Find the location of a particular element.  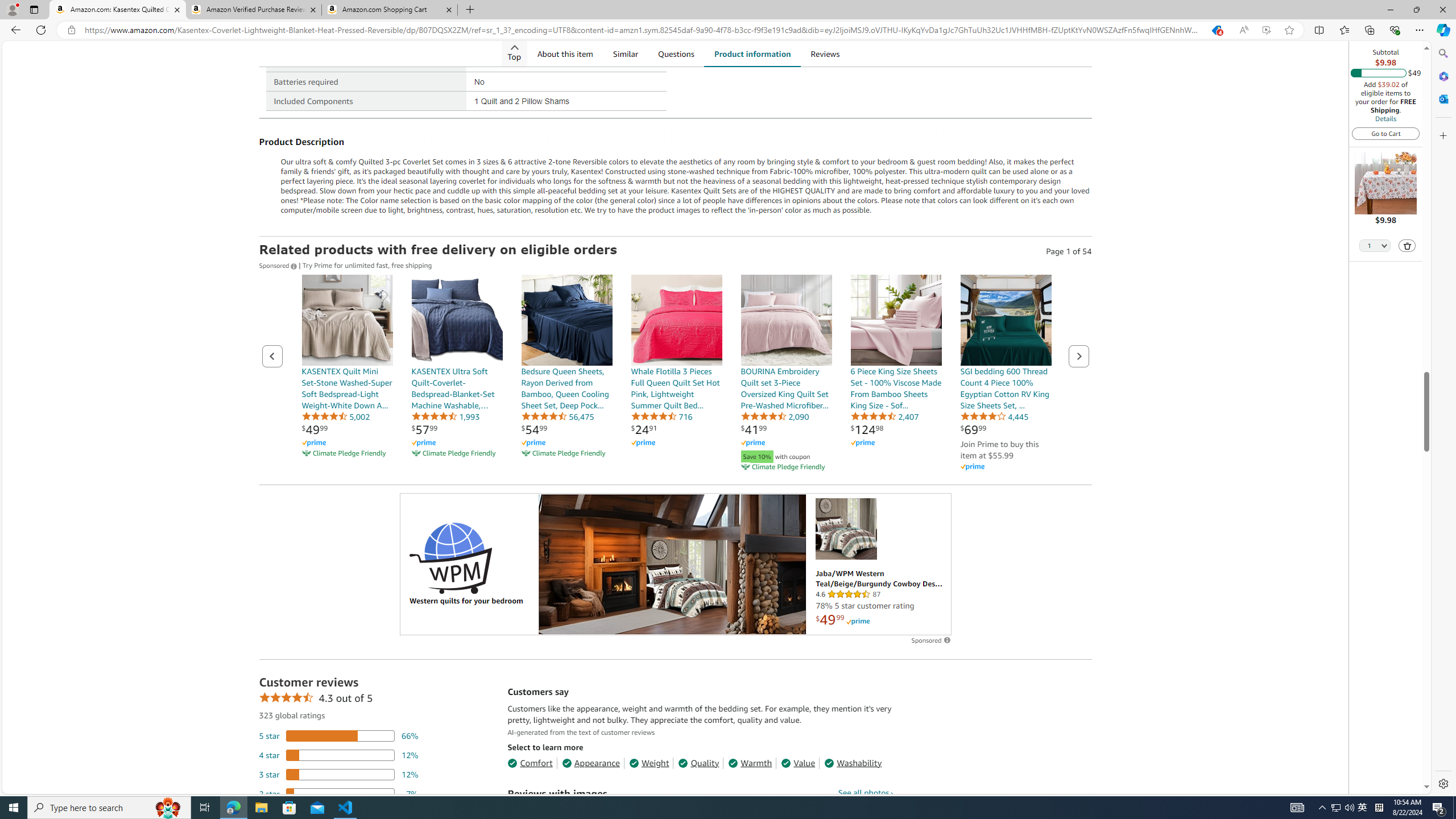

'Shopping in Microsoft Edge' is located at coordinates (1215, 30).